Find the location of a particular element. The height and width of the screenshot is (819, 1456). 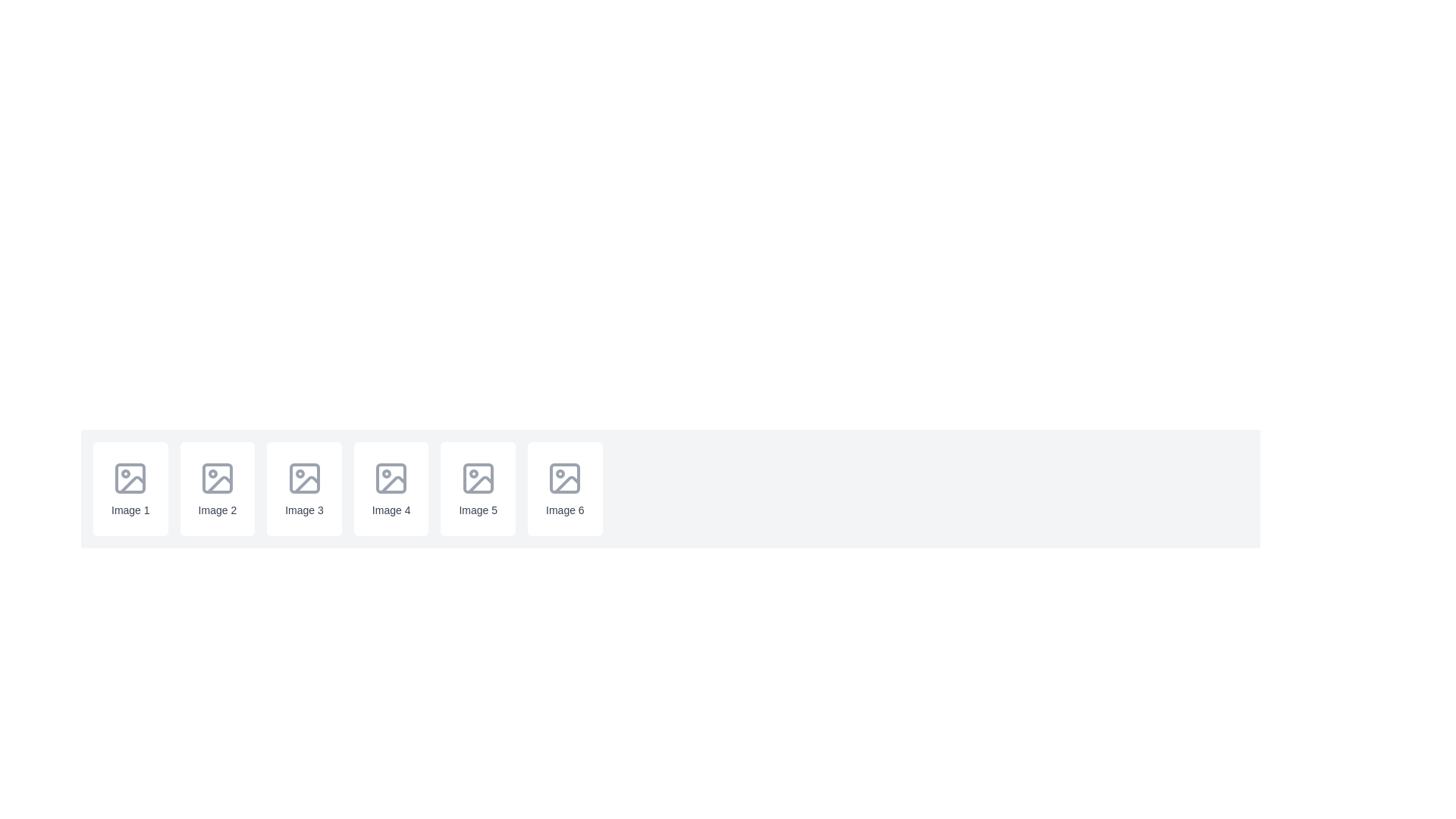

the interactive card labeled 'Image 2' which features a gray photo icon and is the second item in a grid of six elements is located at coordinates (216, 488).